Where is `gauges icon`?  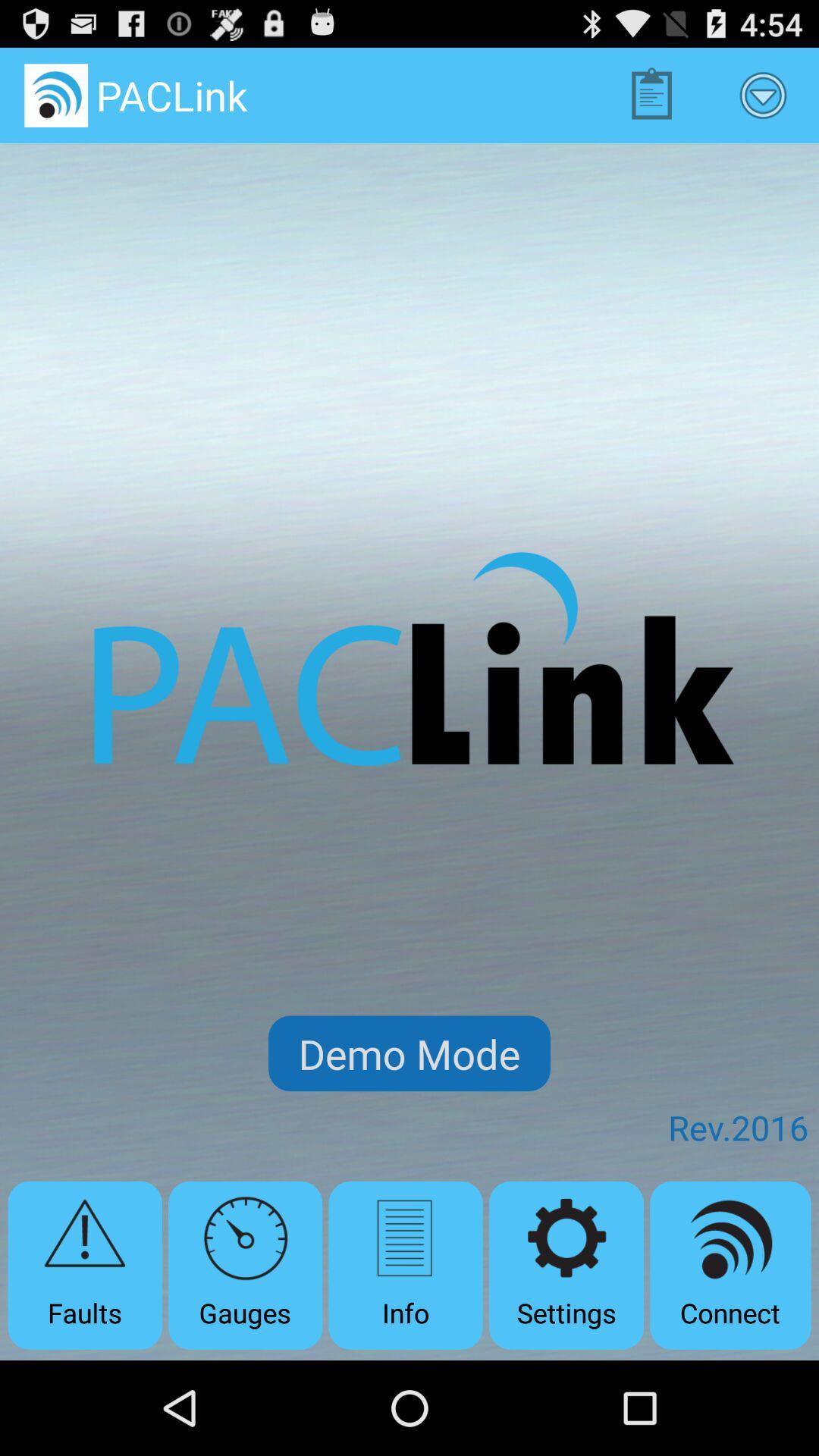
gauges icon is located at coordinates (244, 1265).